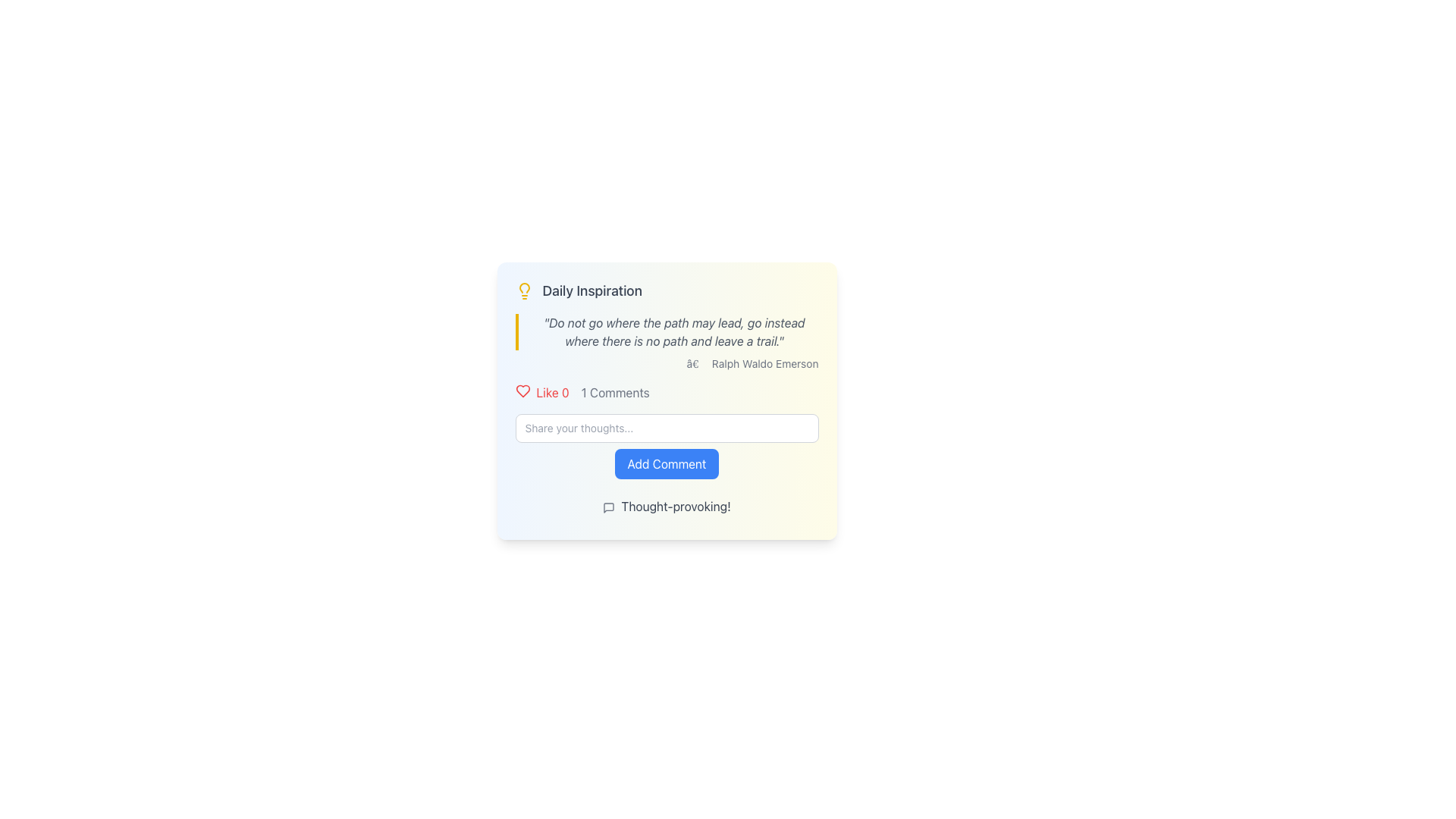 Image resolution: width=1456 pixels, height=819 pixels. What do you see at coordinates (667, 463) in the screenshot?
I see `the 'Add Comment' button with a blue background and white text` at bounding box center [667, 463].